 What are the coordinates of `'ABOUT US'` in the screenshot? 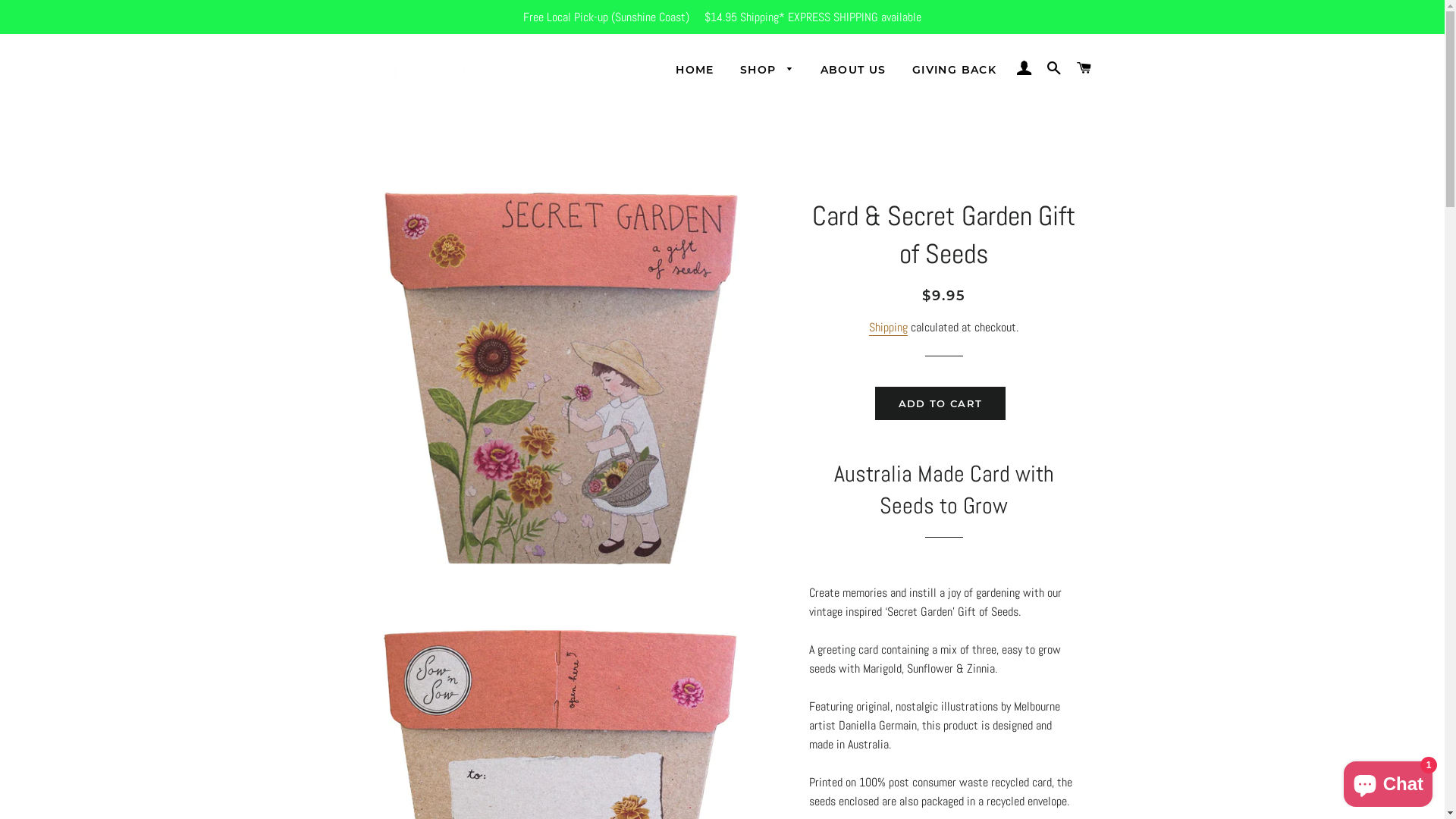 It's located at (853, 70).